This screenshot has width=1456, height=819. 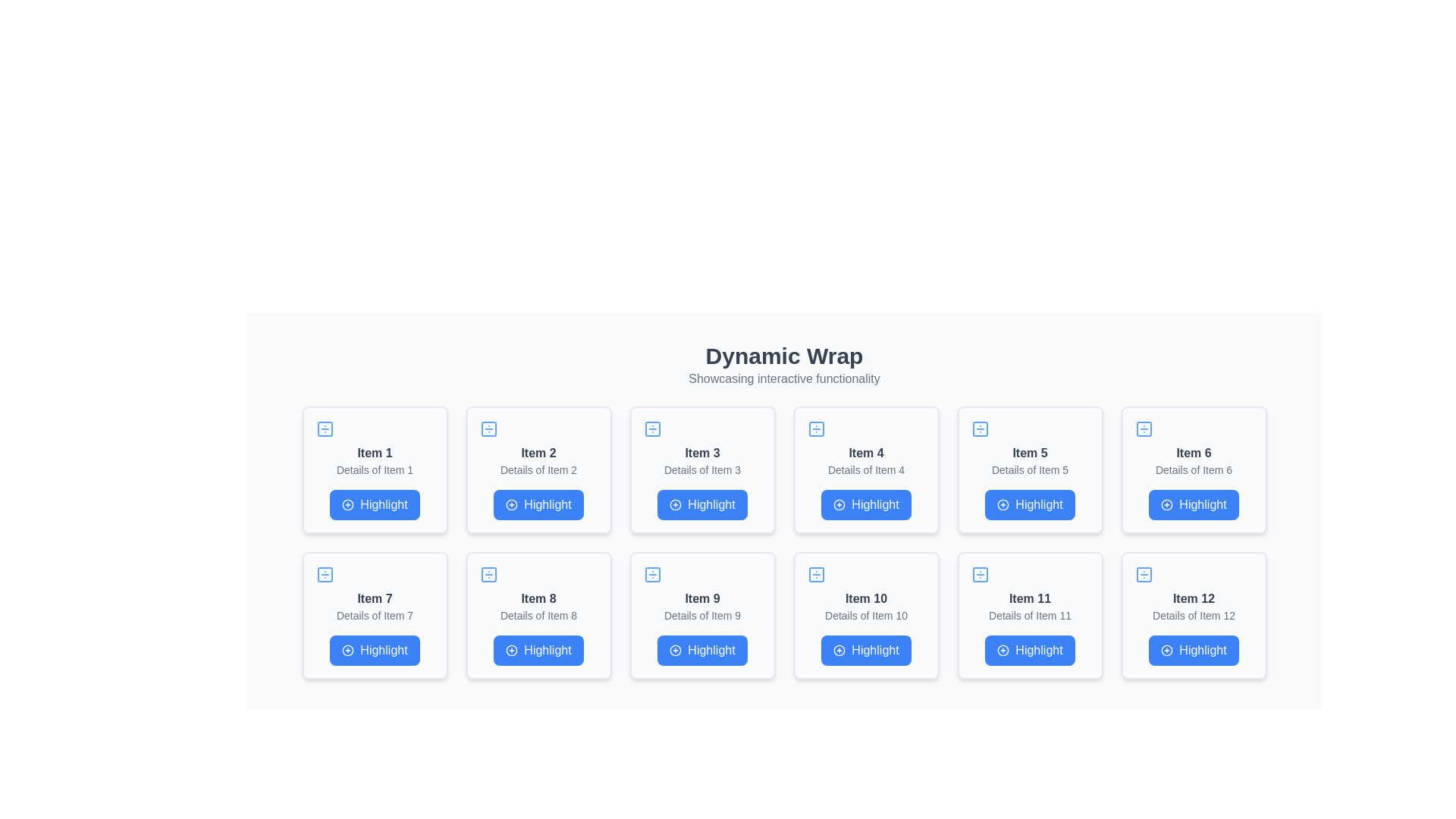 What do you see at coordinates (1193, 469) in the screenshot?
I see `the text label providing additional information about 'Item 6' located in the card-based layout, positioned below the main title and above the blue 'Highlight' button` at bounding box center [1193, 469].